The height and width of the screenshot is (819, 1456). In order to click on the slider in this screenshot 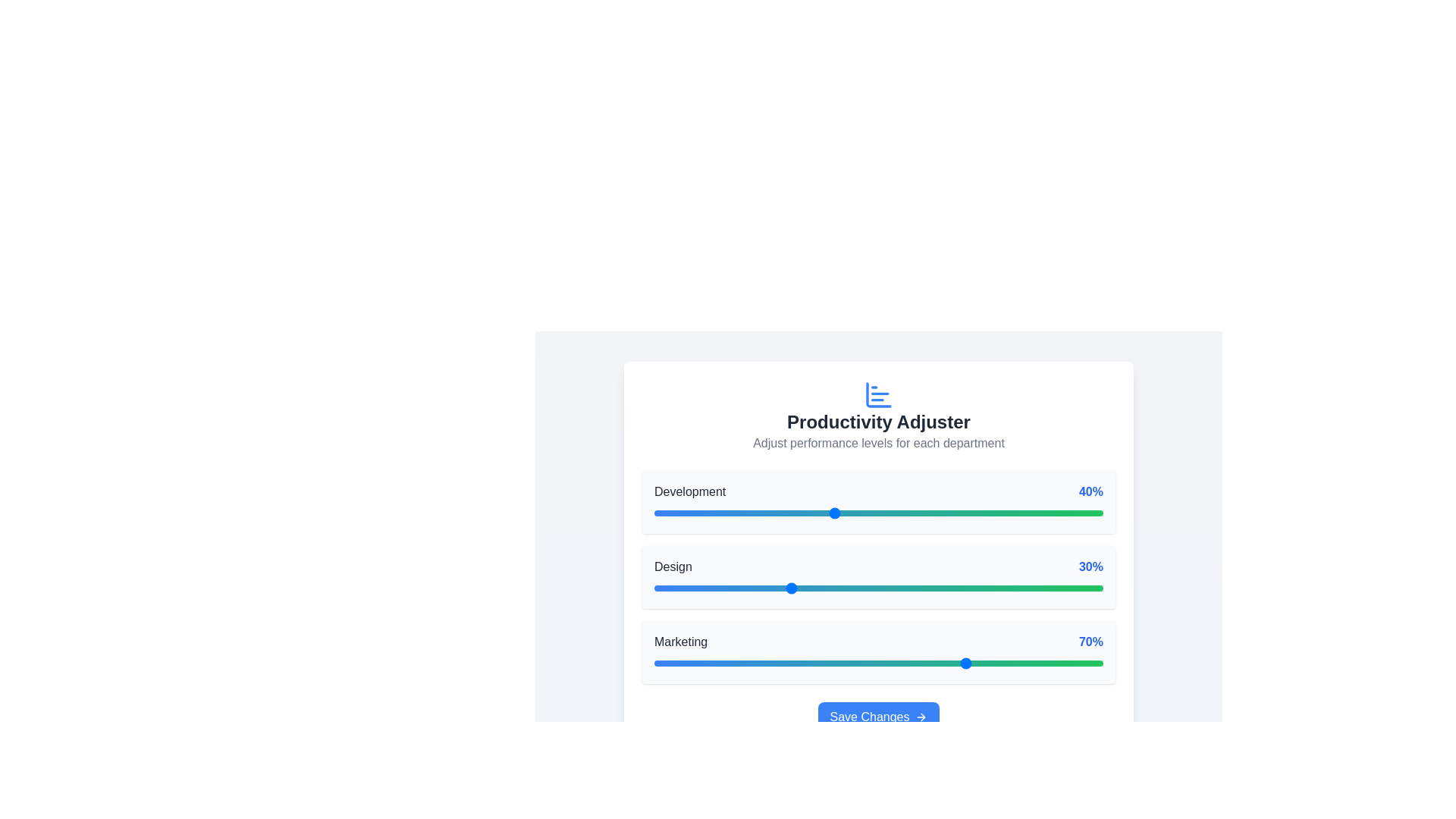, I will do `click(865, 587)`.